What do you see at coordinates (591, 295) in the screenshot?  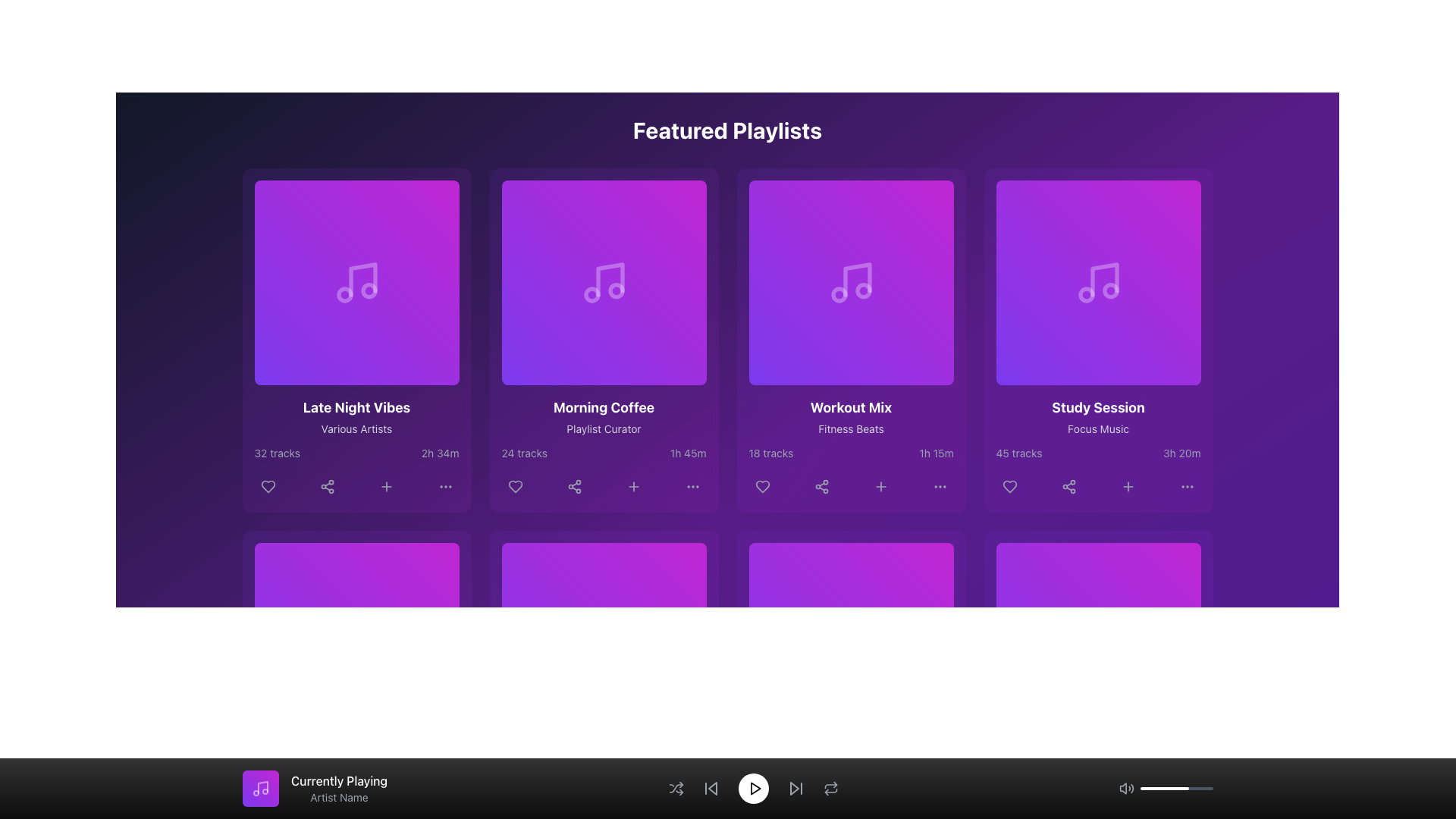 I see `the second circle of the decorative musical icon within the 'Morning Coffee' playlist card` at bounding box center [591, 295].